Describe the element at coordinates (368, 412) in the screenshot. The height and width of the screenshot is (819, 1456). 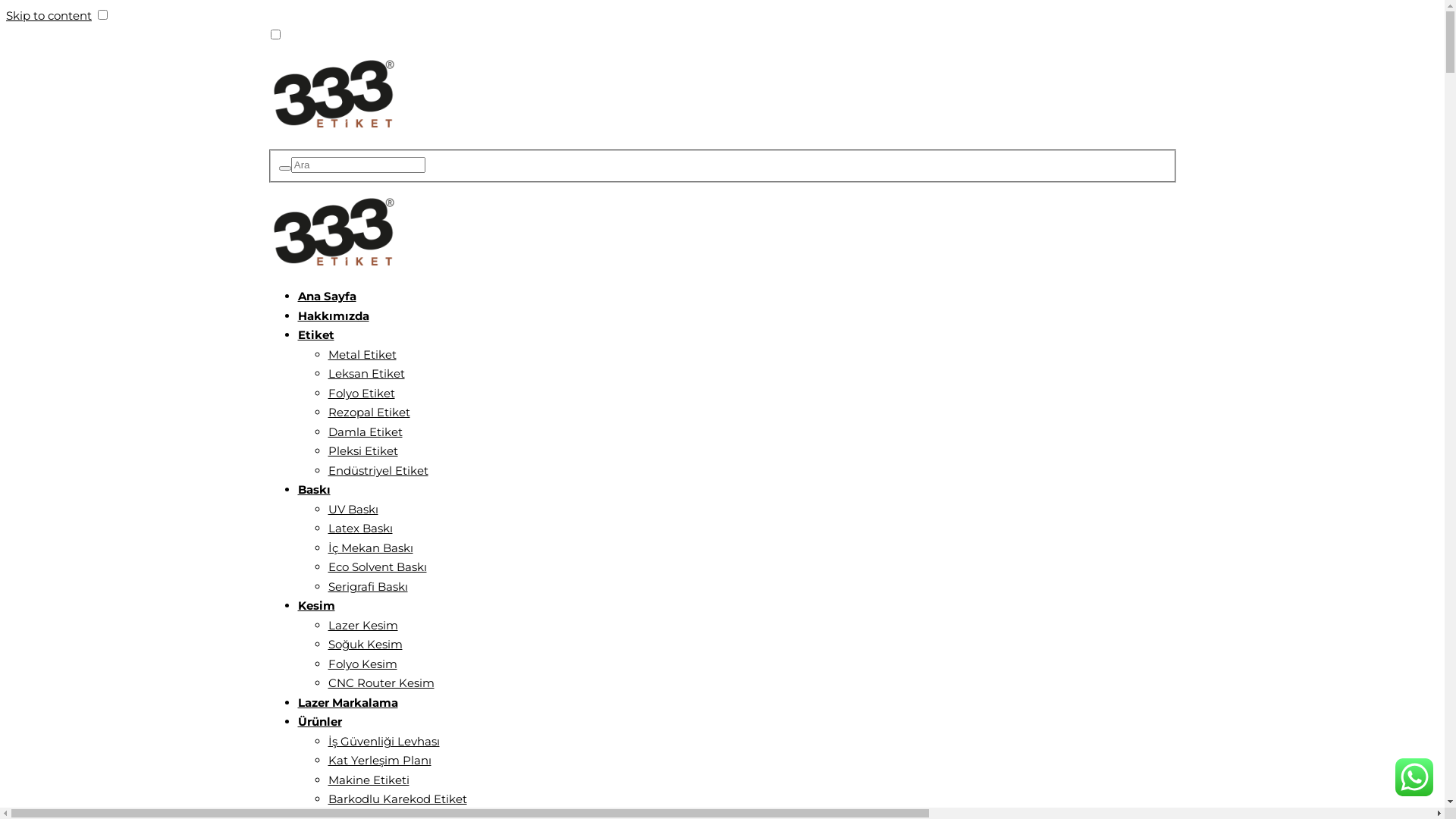
I see `'Rezopal Etiket'` at that location.